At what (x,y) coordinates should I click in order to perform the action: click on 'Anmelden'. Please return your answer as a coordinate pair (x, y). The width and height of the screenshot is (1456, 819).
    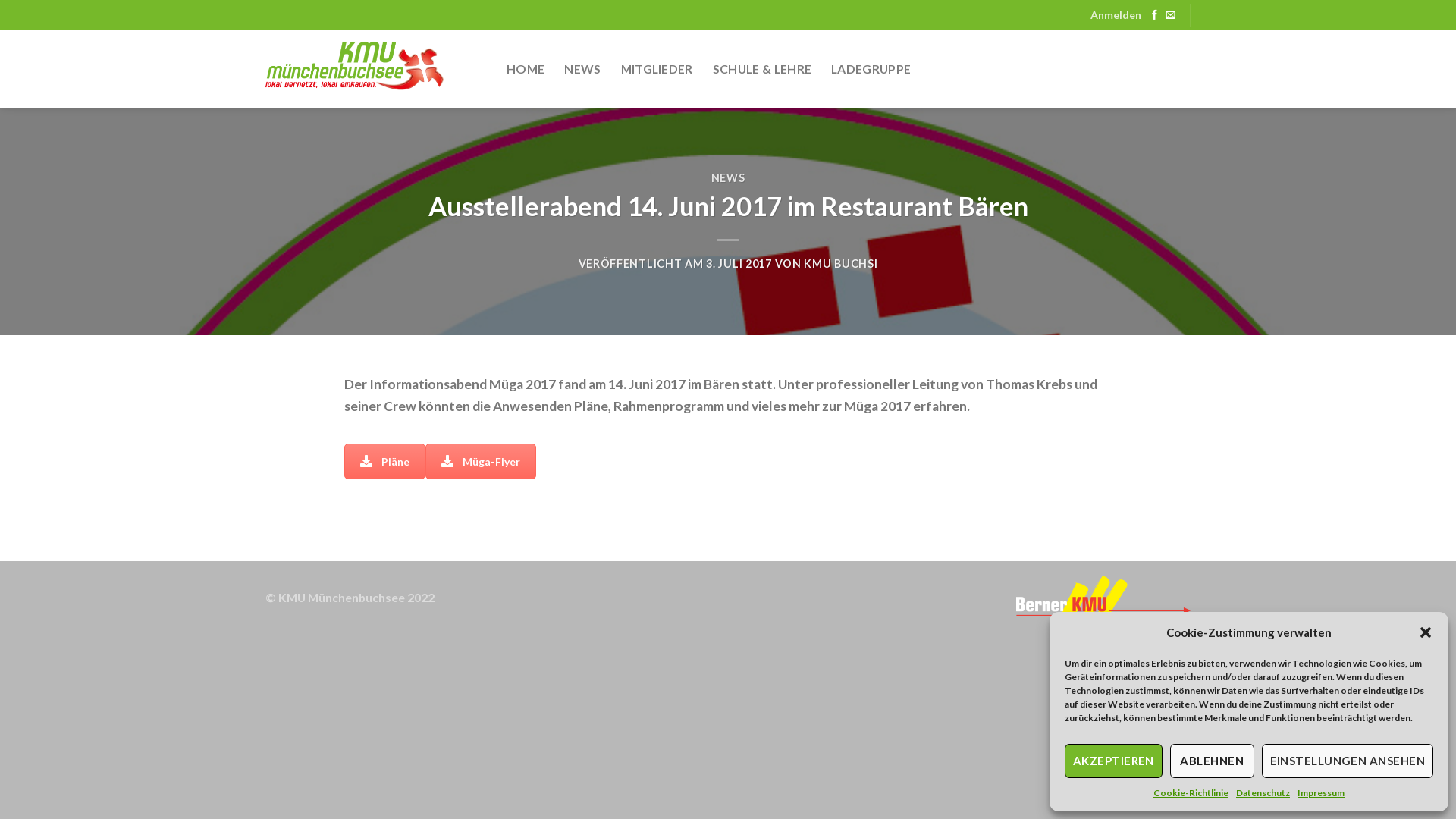
    Looking at the image, I should click on (1116, 15).